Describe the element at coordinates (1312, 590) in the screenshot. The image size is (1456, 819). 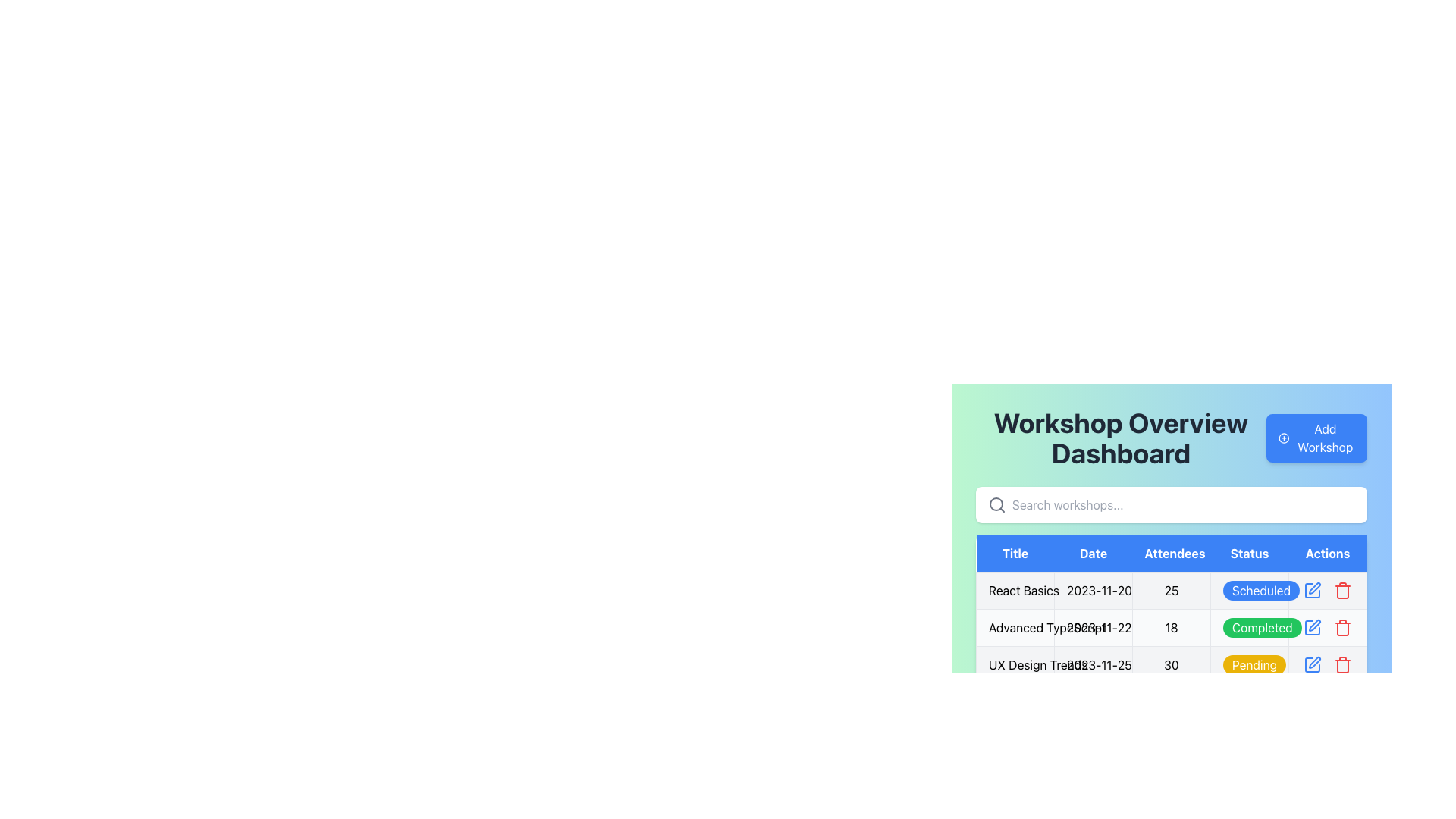
I see `the blue pencil icon button located at the rightmost side of the data table row in the 'Actions' column to change its color` at that location.